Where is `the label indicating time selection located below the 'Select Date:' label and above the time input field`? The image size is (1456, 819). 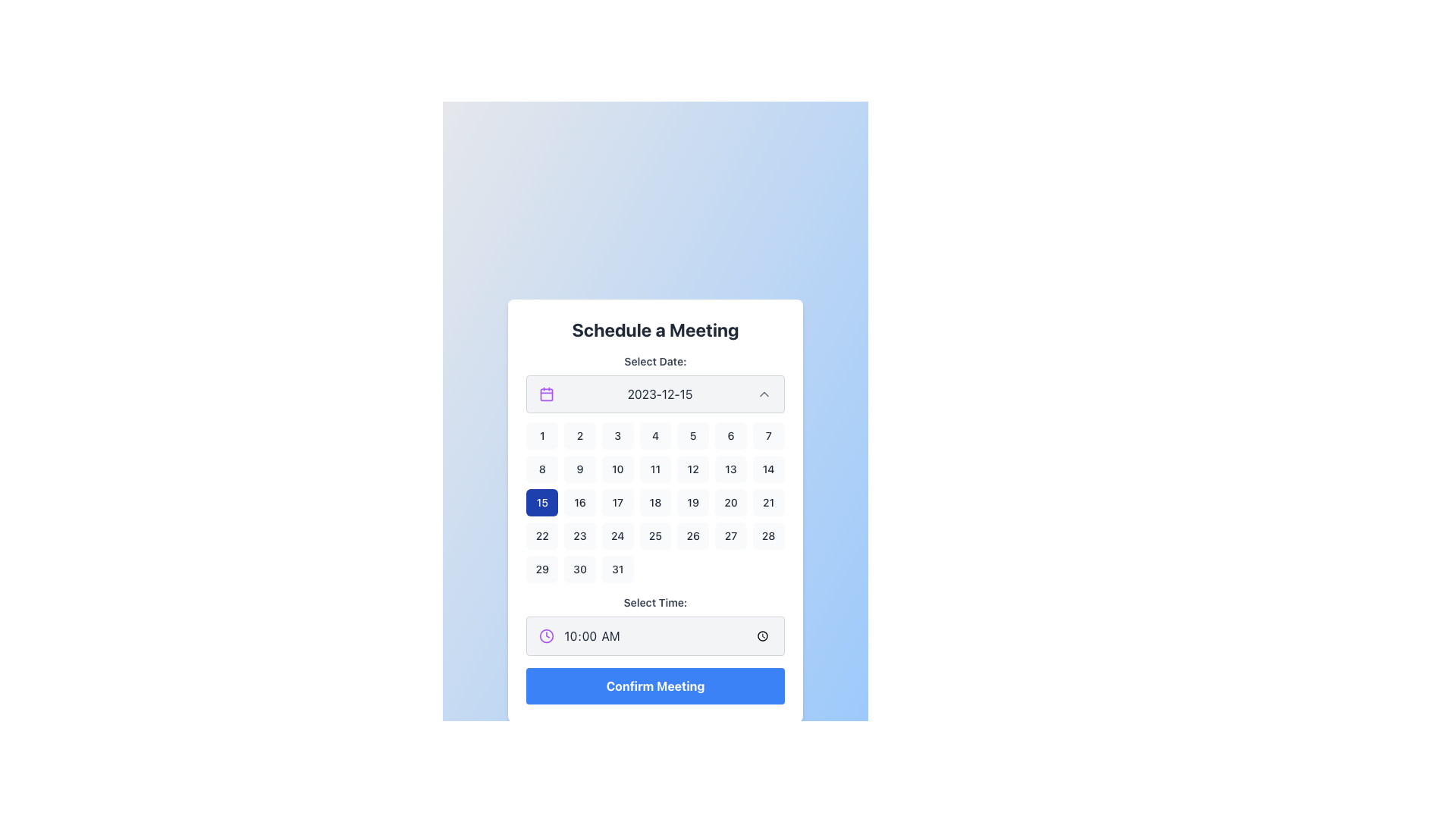 the label indicating time selection located below the 'Select Date:' label and above the time input field is located at coordinates (655, 601).